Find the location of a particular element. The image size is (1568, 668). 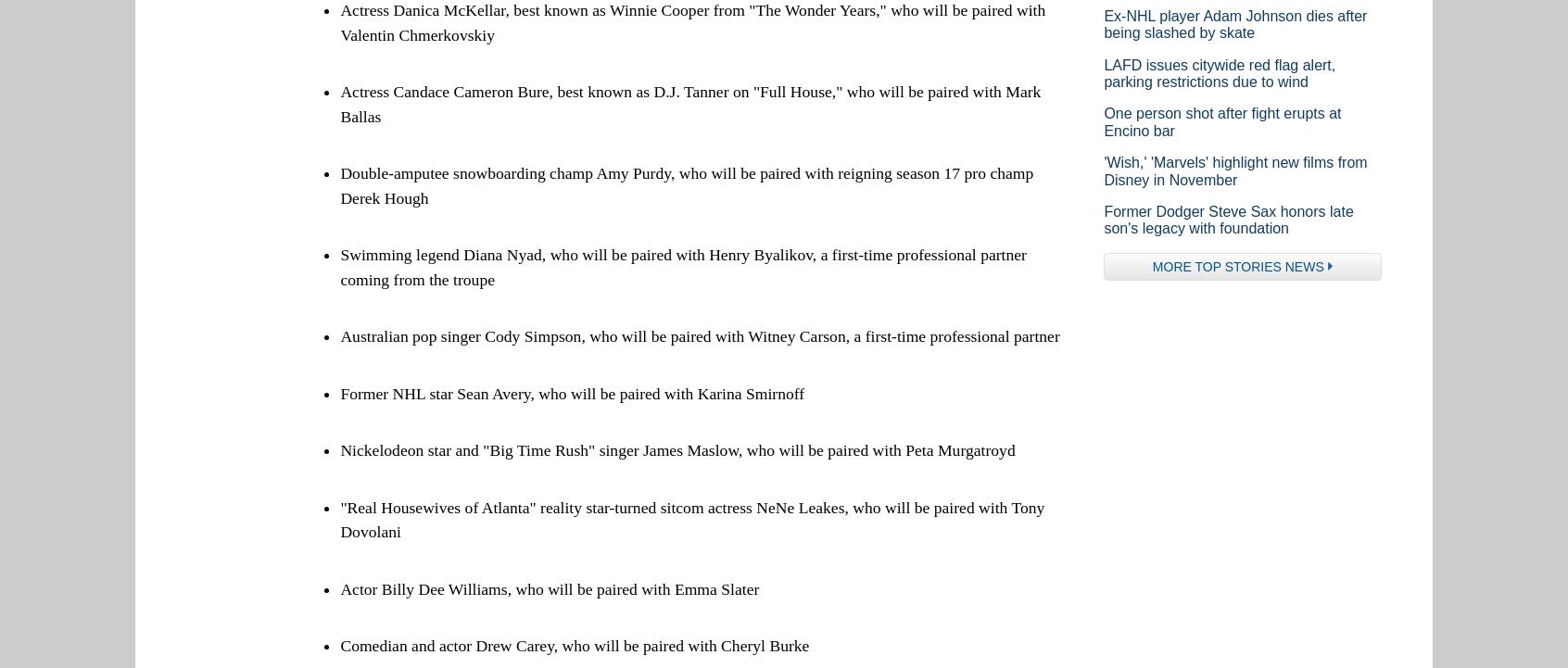

'Australian pop singer Cody Simpson, who will be paired with Witney Carson, a first-time professional partner' is located at coordinates (698, 335).